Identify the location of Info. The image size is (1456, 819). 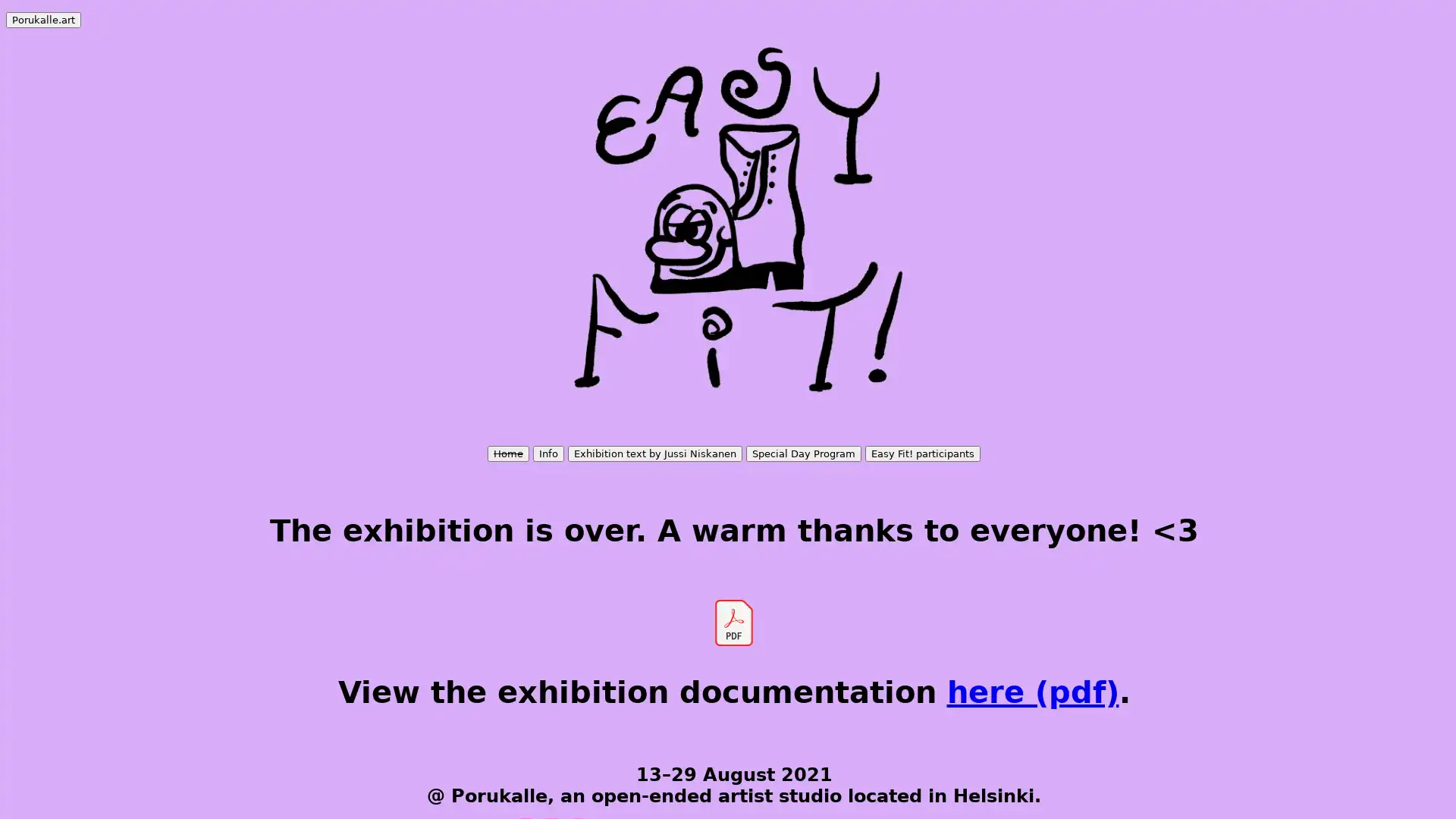
(548, 453).